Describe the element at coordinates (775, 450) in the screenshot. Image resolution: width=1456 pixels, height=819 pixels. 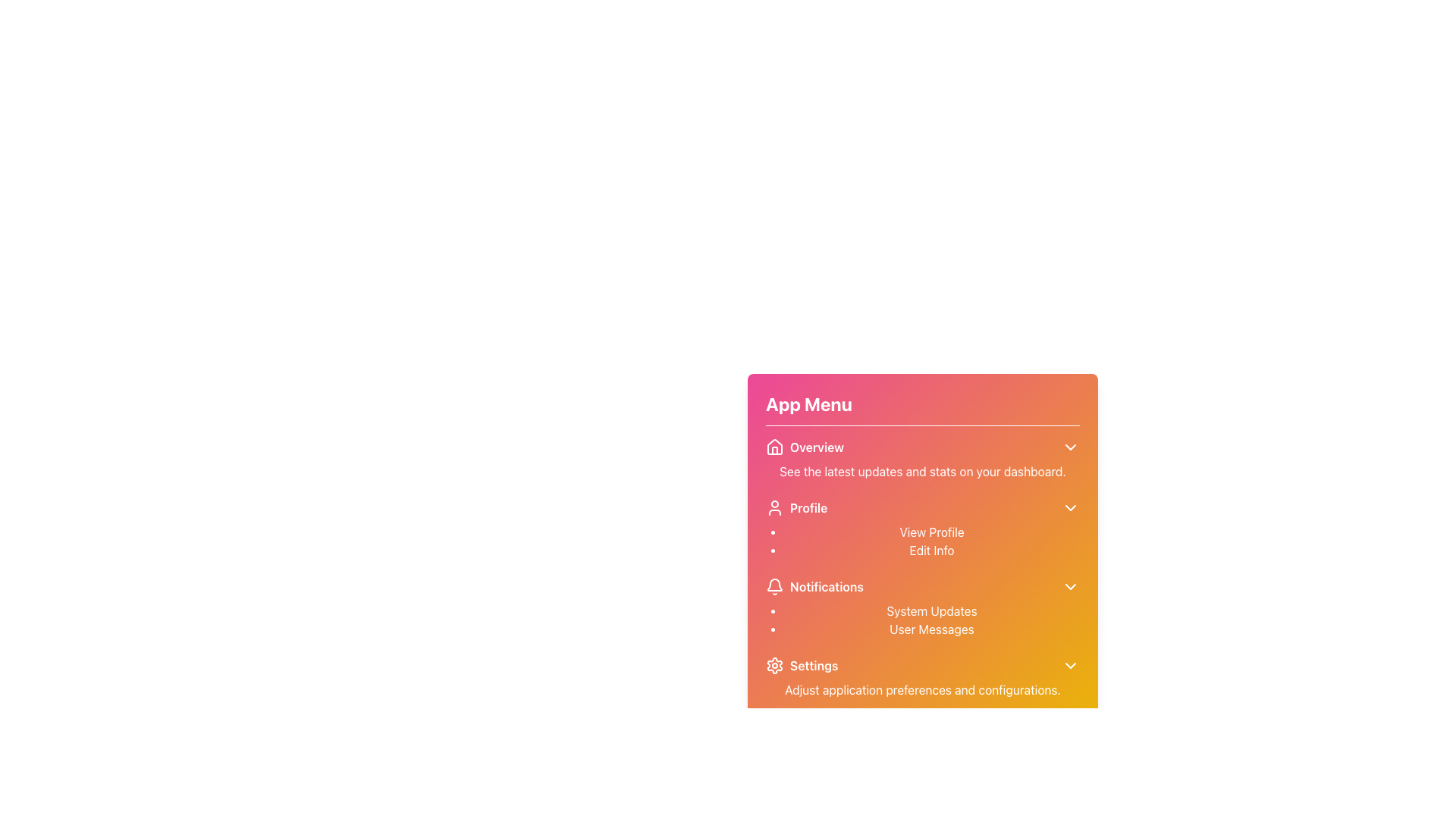
I see `vertical inner lines representing the door within the house icon graphic located at the top of the 'Overview' menu option` at that location.